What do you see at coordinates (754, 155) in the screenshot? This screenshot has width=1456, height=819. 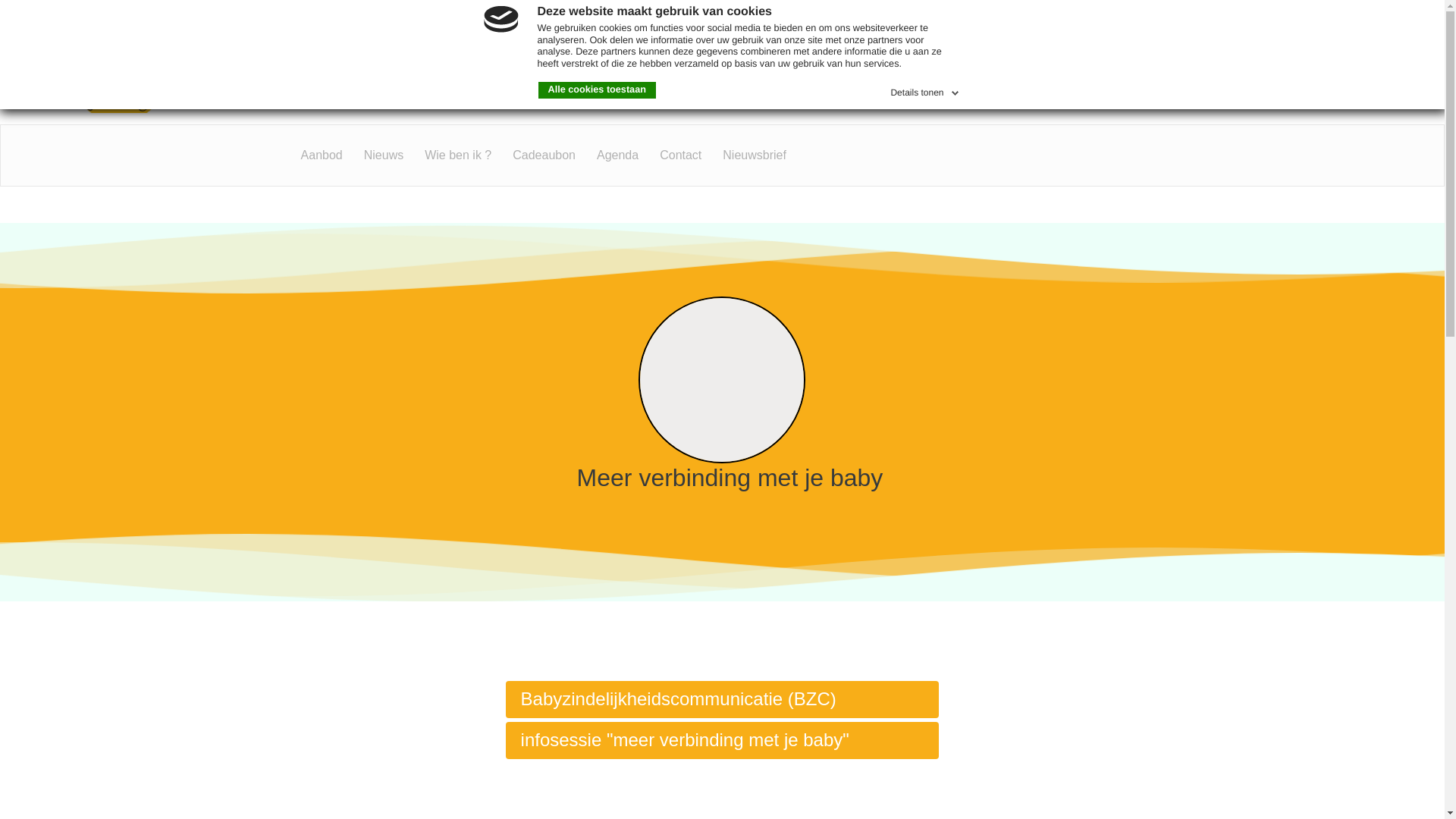 I see `'Nieuwsbrief'` at bounding box center [754, 155].